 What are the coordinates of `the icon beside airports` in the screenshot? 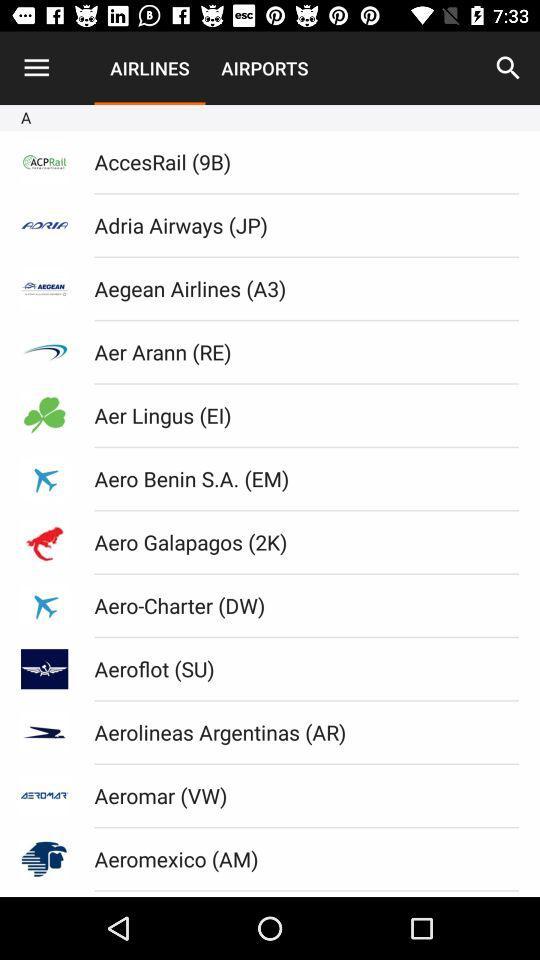 It's located at (508, 68).